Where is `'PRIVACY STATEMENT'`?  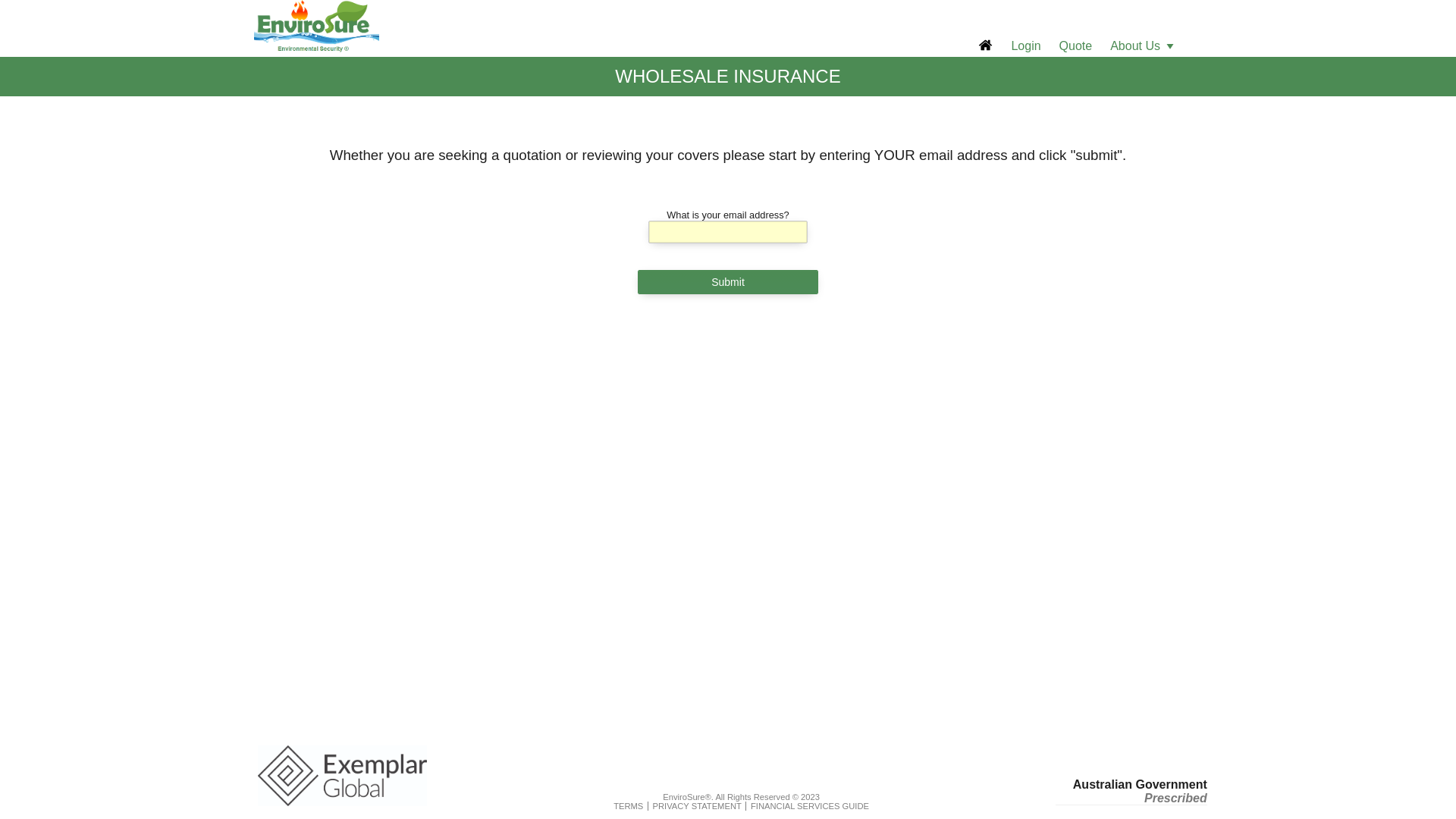 'PRIVACY STATEMENT' is located at coordinates (652, 805).